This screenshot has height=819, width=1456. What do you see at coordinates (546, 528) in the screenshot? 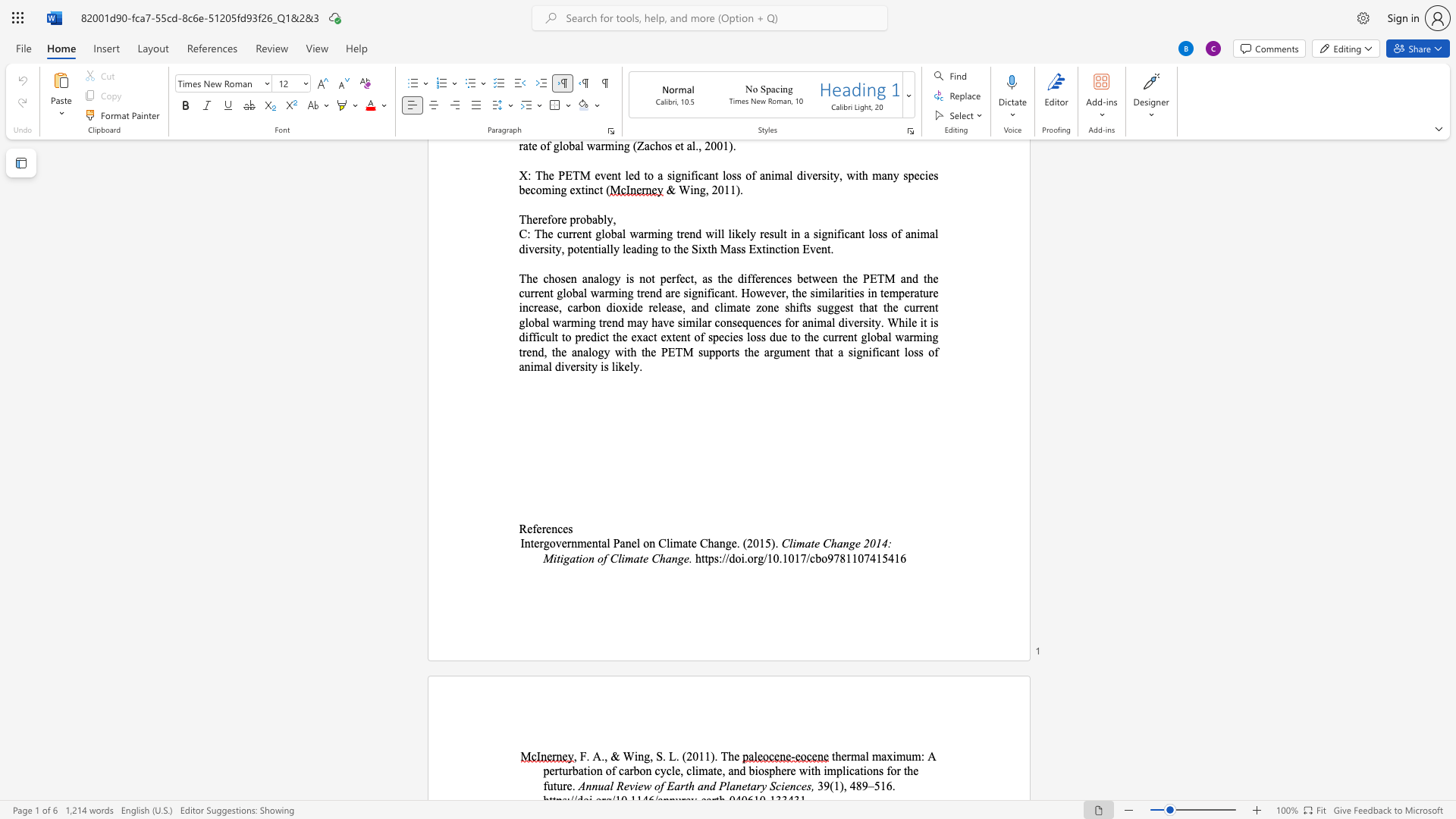
I see `the space between the continuous character "r" and "e" in the text` at bounding box center [546, 528].